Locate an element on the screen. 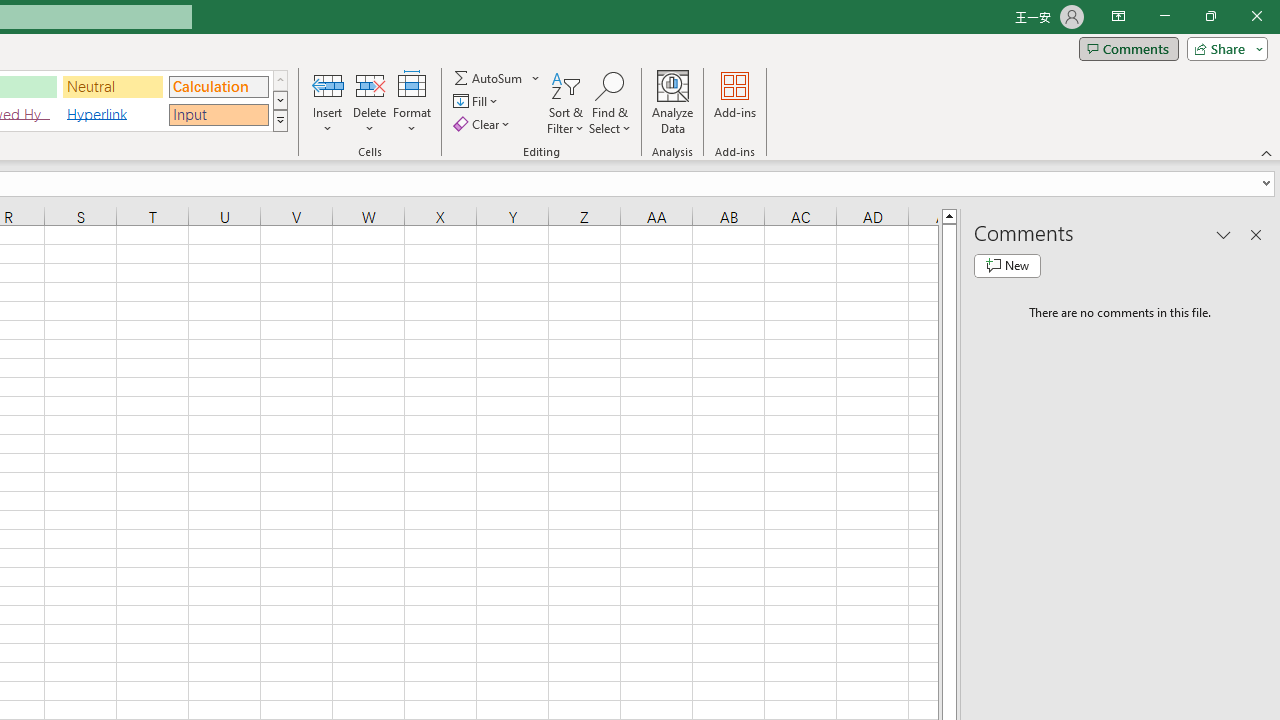  'Input' is located at coordinates (218, 114).